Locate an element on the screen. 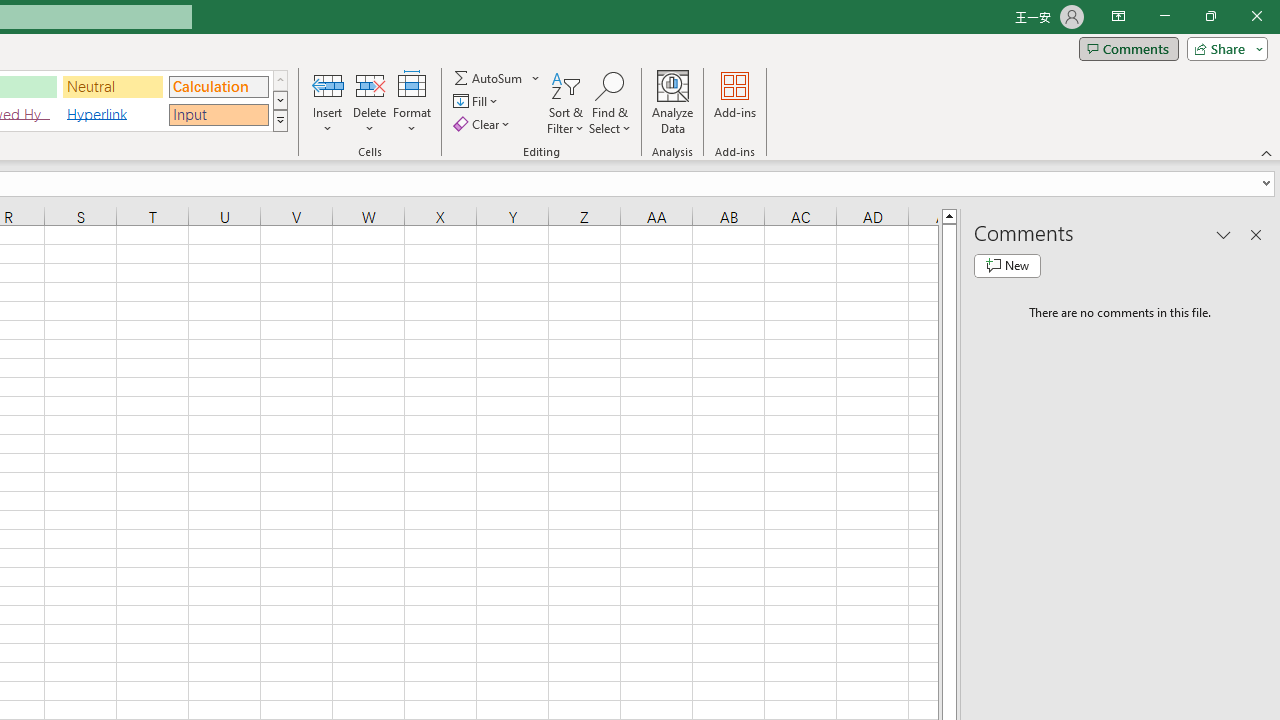  'Input' is located at coordinates (218, 114).